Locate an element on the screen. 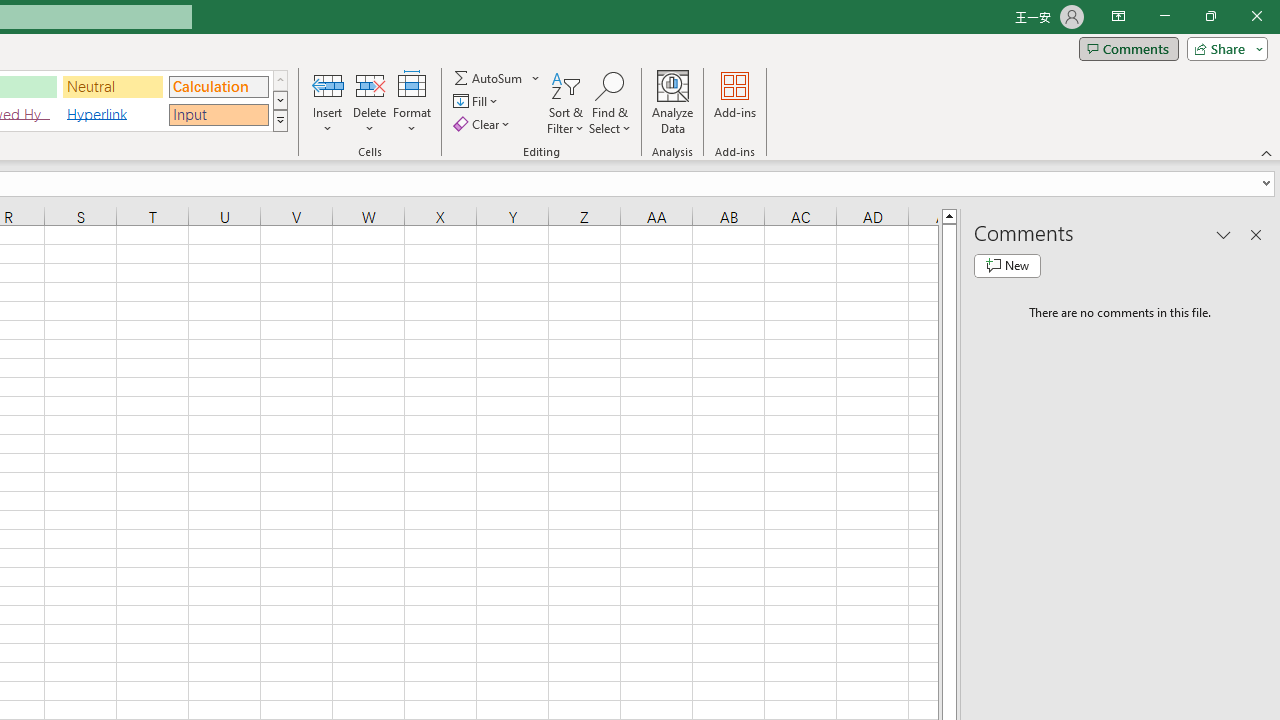  'Input' is located at coordinates (218, 114).